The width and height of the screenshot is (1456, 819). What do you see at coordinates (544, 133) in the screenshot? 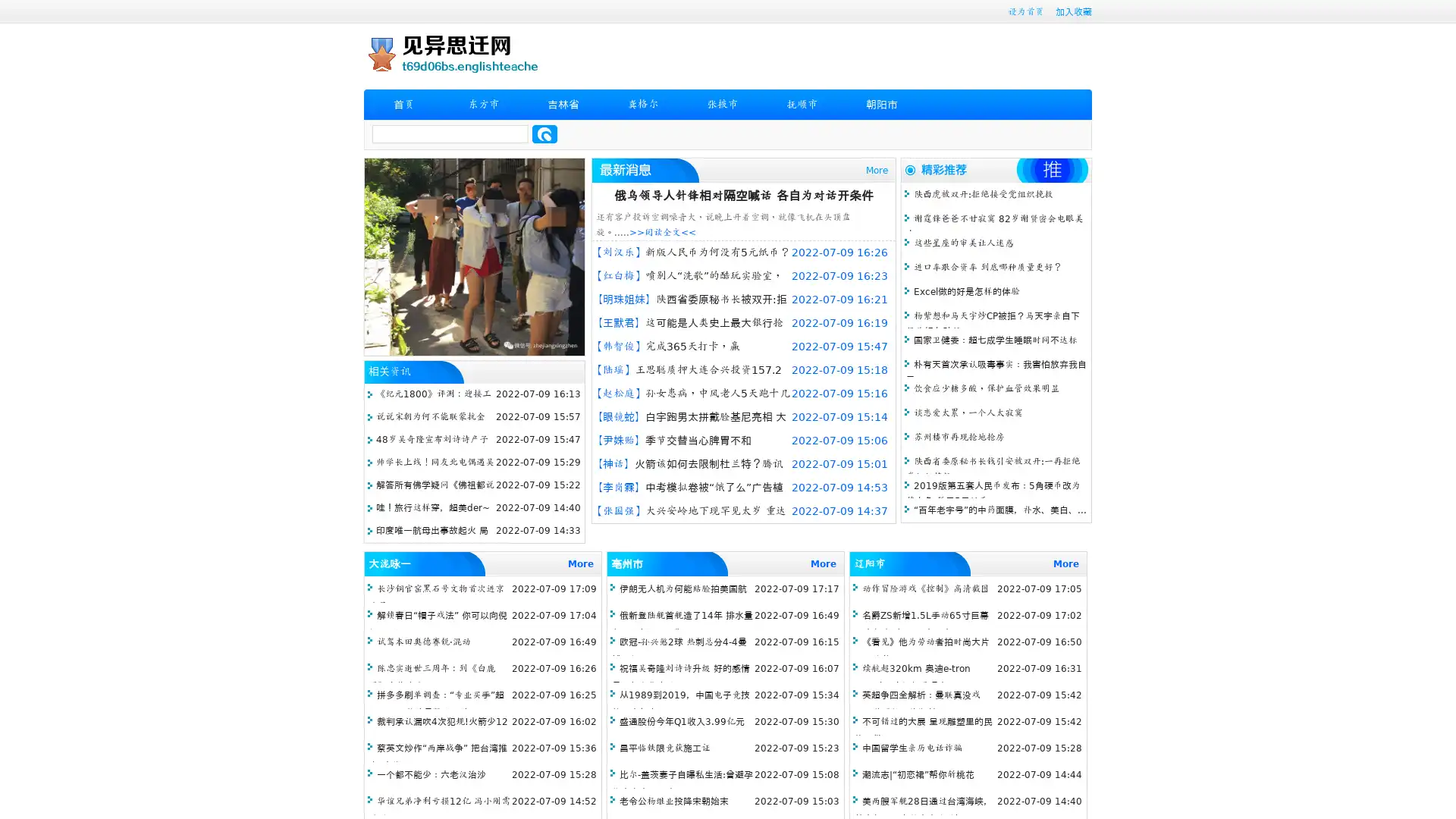
I see `Search` at bounding box center [544, 133].